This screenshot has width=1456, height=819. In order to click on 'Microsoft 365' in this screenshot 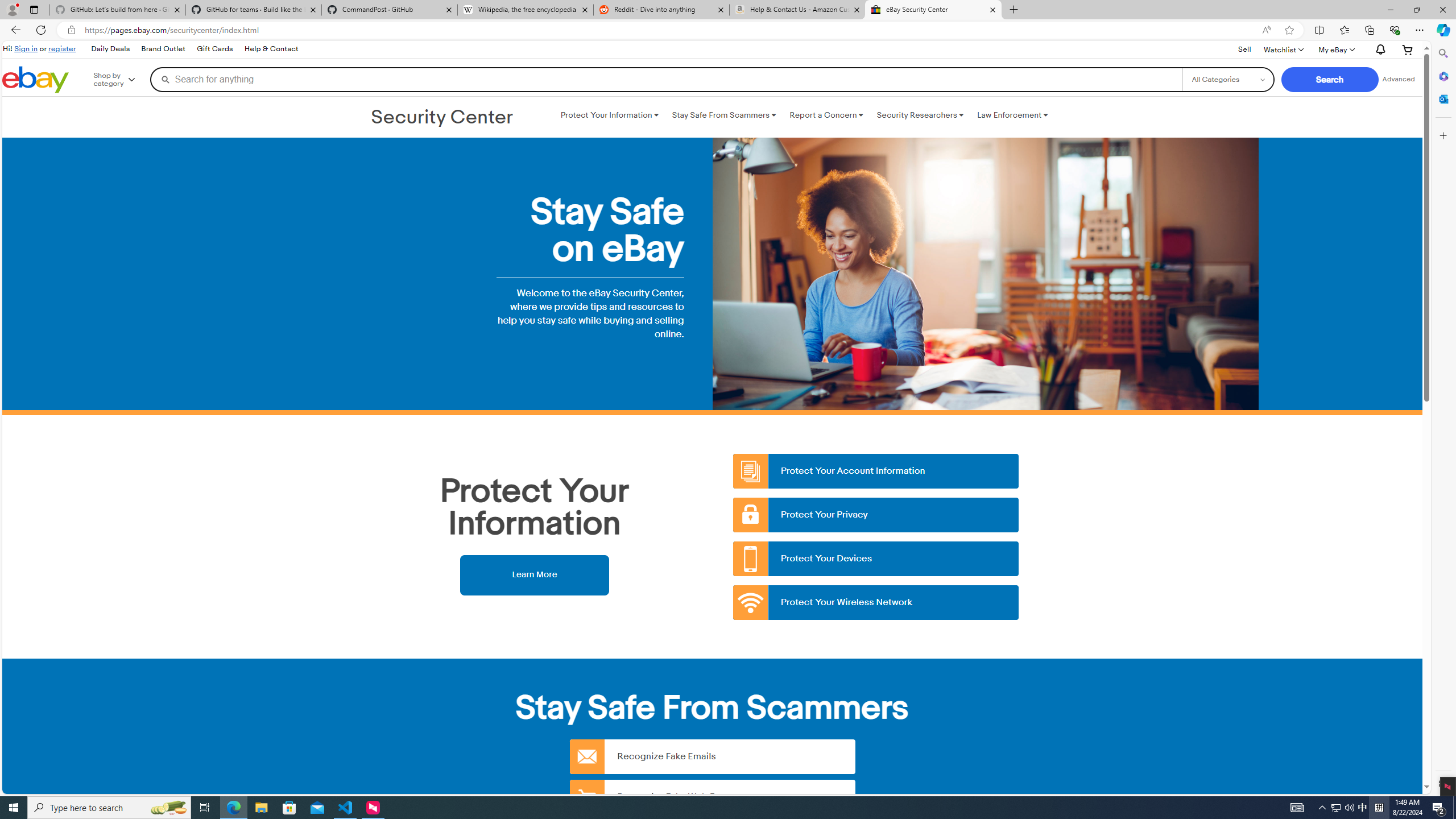, I will do `click(1442, 76)`.